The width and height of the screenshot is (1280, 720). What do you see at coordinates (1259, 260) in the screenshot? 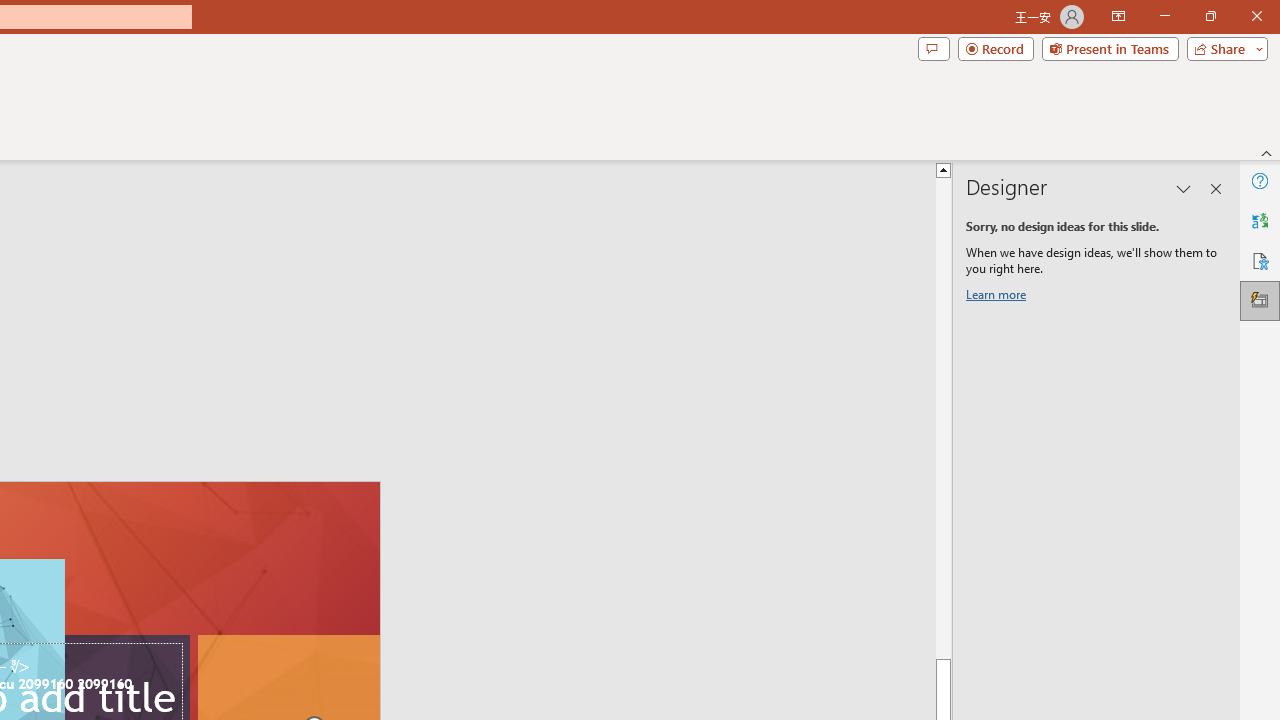
I see `'Accessibility'` at bounding box center [1259, 260].